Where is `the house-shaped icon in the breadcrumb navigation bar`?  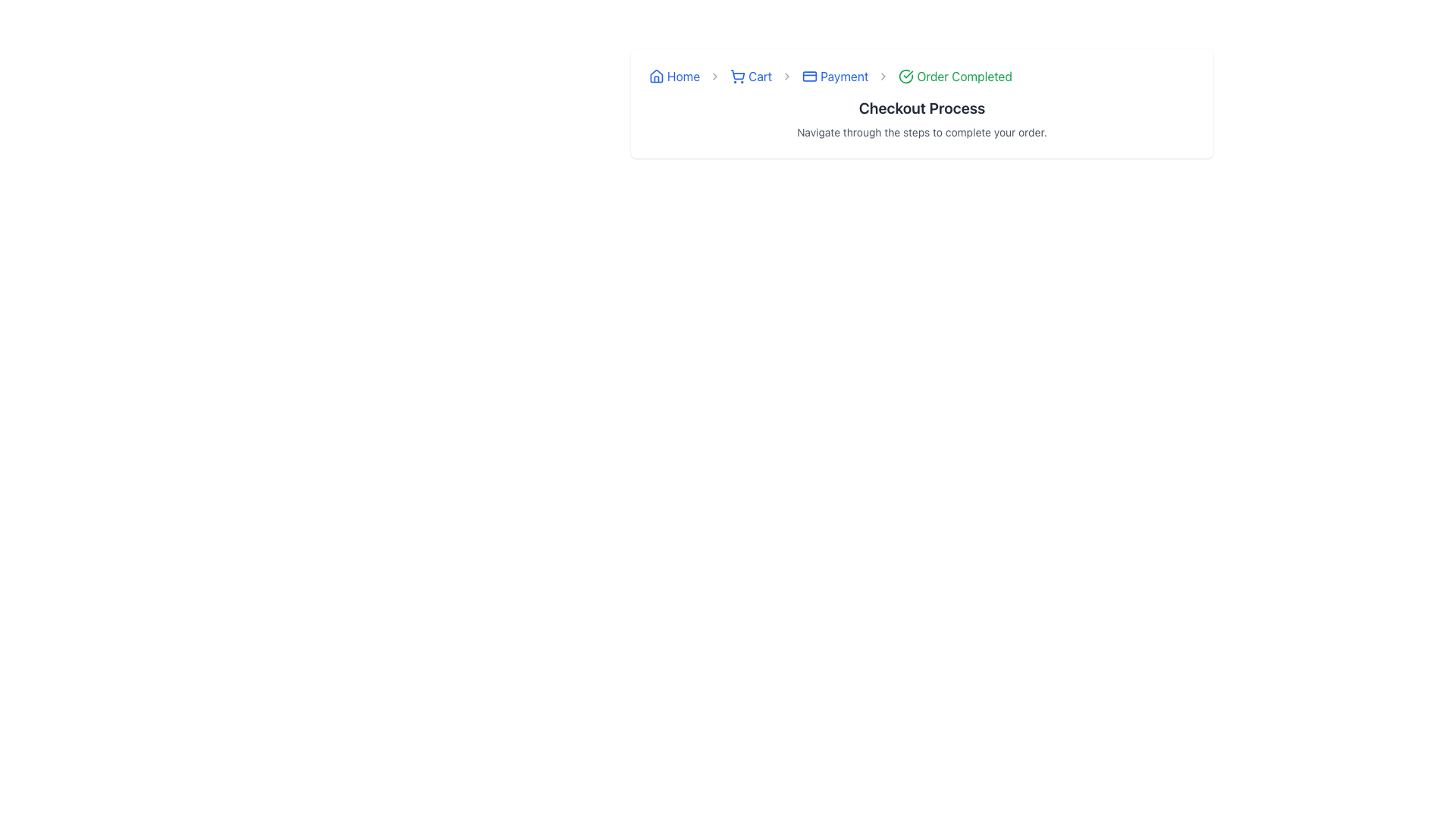
the house-shaped icon in the breadcrumb navigation bar is located at coordinates (656, 76).